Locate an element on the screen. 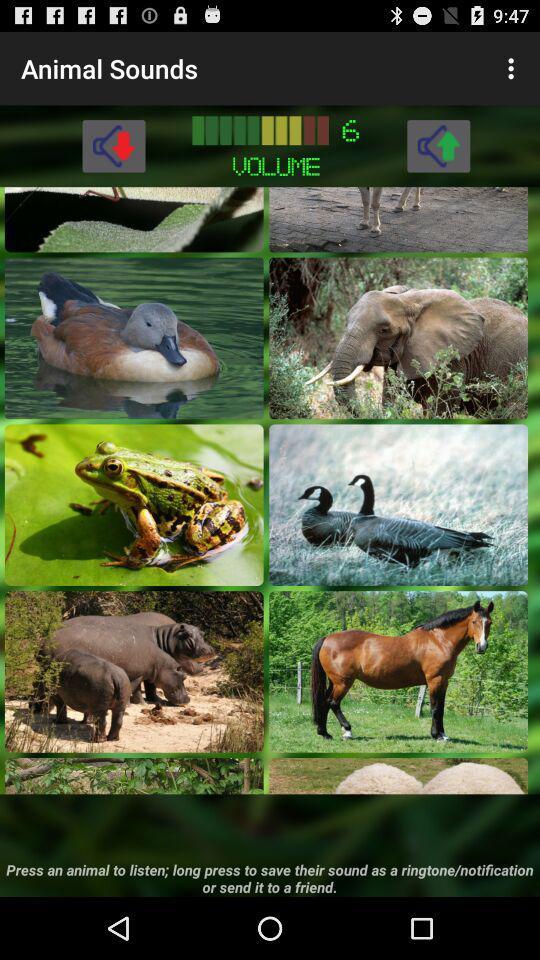  the app above press an animal is located at coordinates (134, 775).